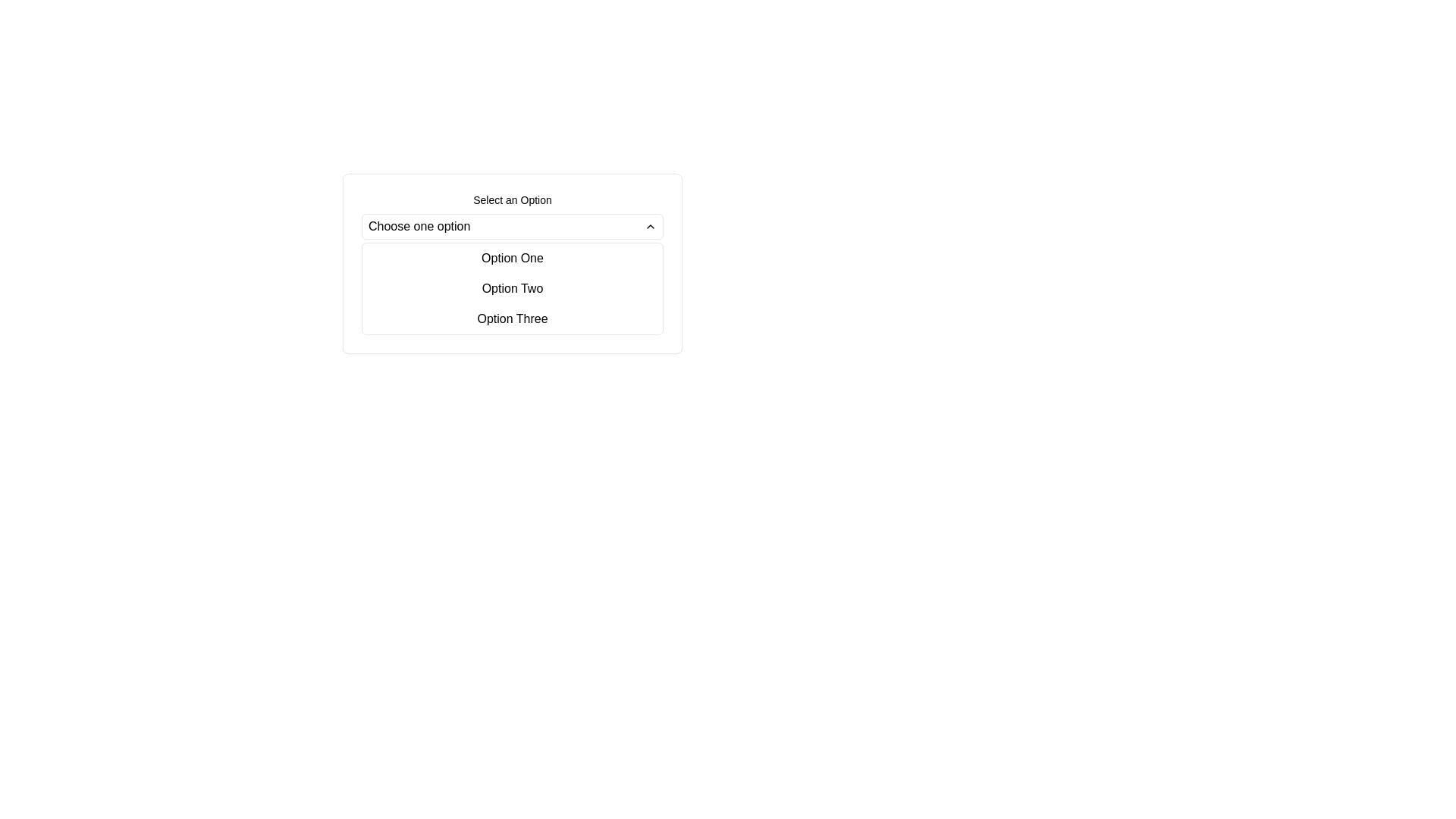 The width and height of the screenshot is (1456, 819). I want to click on the small triangular arrow icon in the dropdown header area labeled 'Choose one option', so click(651, 227).